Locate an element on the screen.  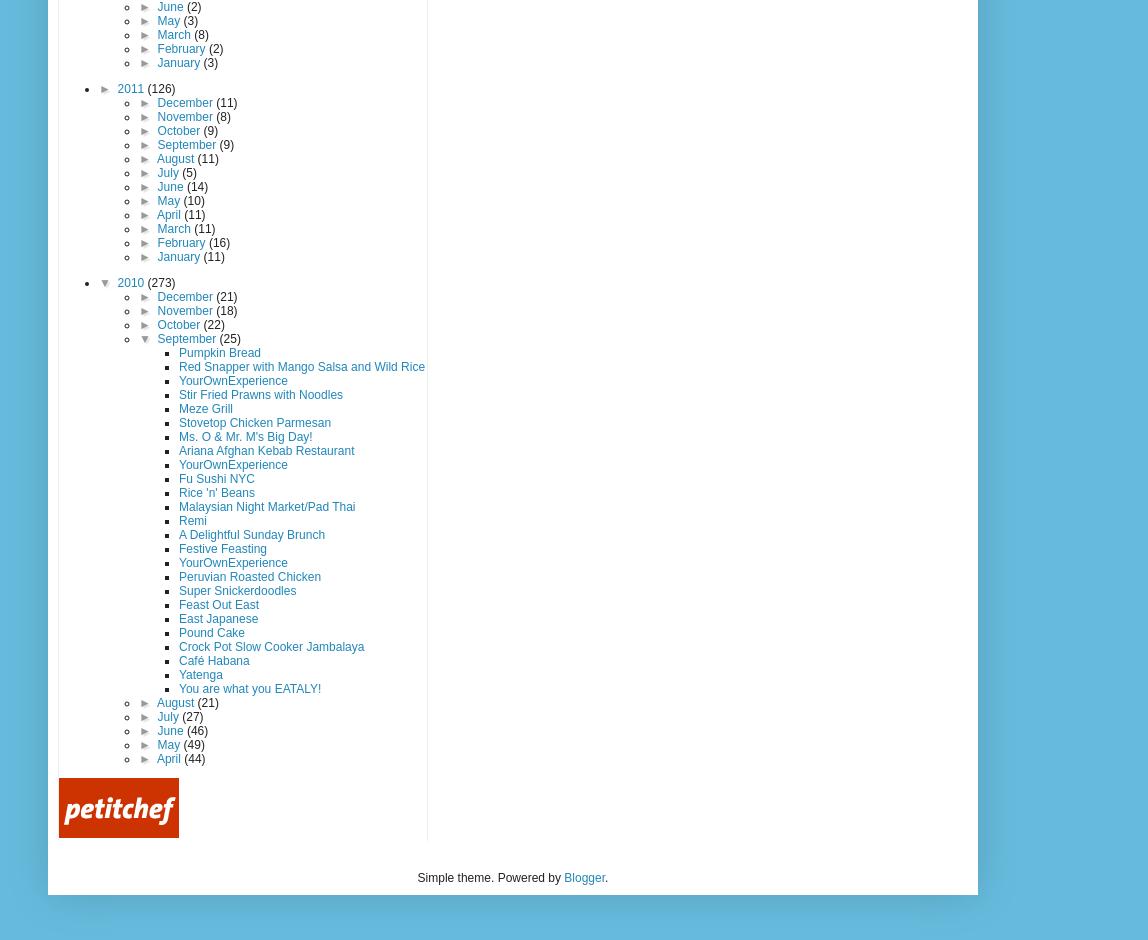
'Yatenga' is located at coordinates (200, 672).